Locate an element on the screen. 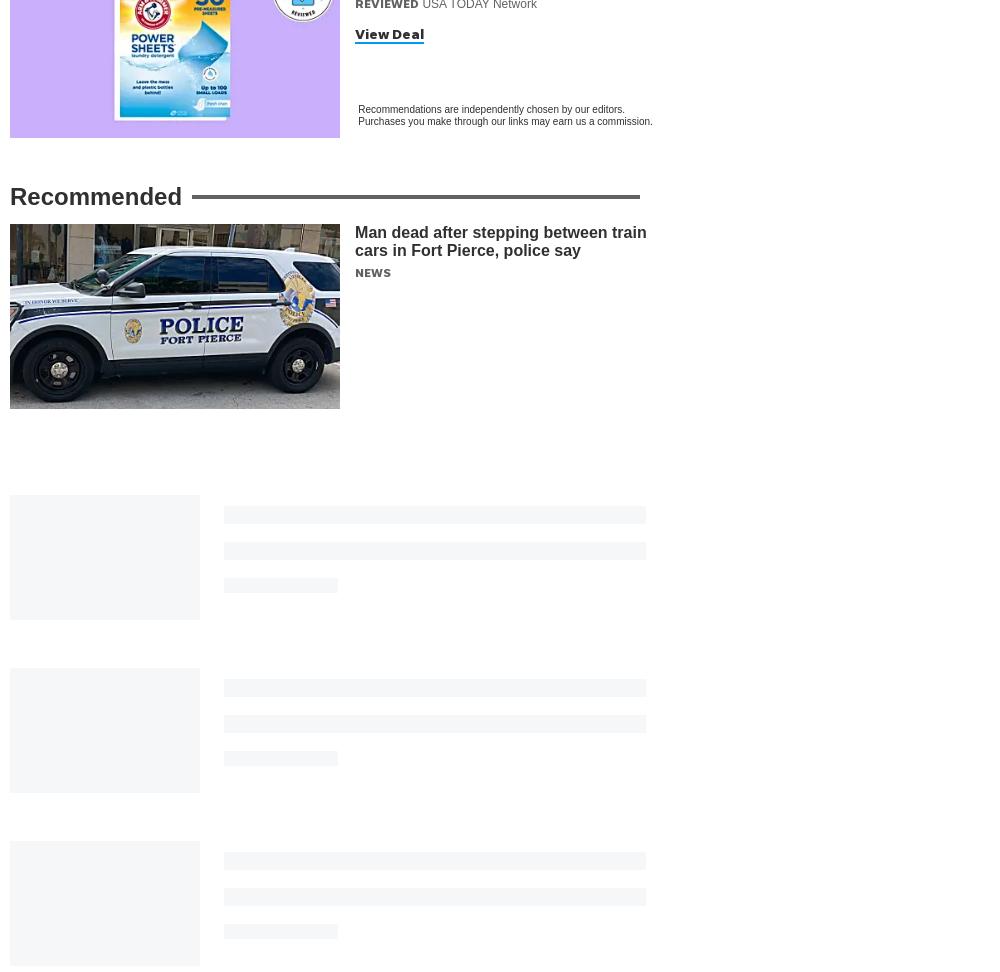 Image resolution: width=1000 pixels, height=972 pixels. 'Careers' is located at coordinates (31, 855).